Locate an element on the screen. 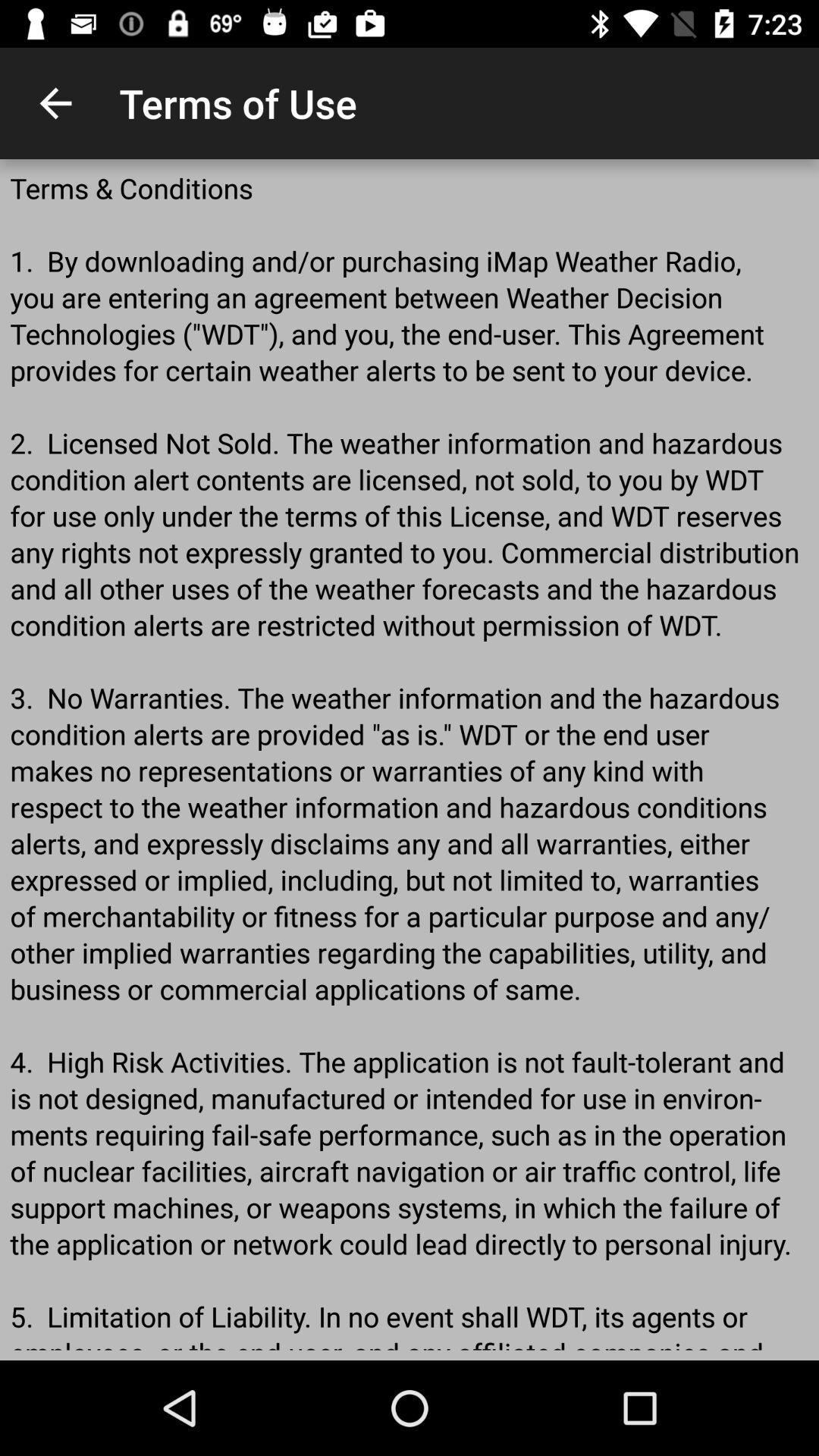 Image resolution: width=819 pixels, height=1456 pixels. the icon at the center is located at coordinates (409, 760).